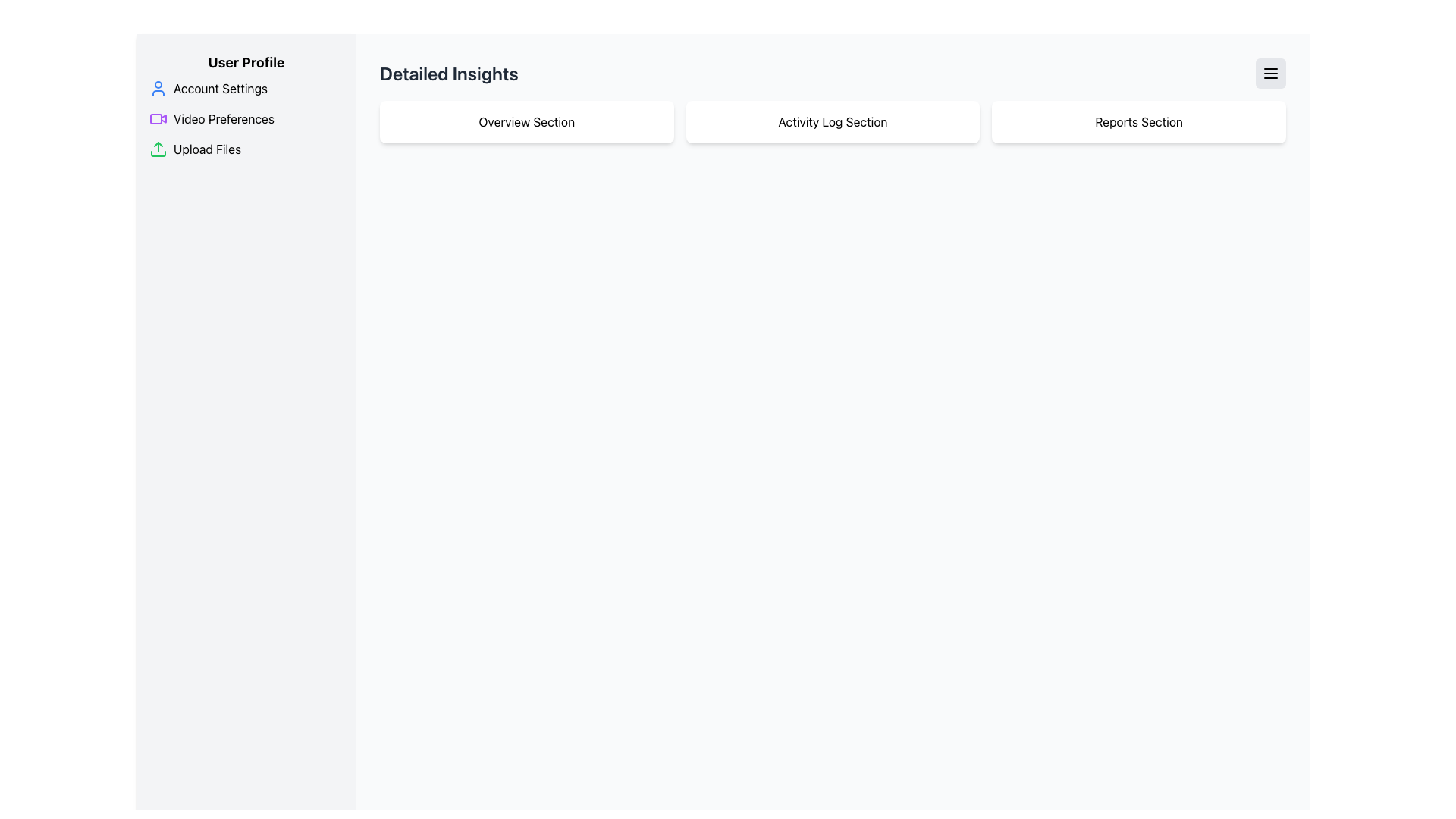 This screenshot has width=1456, height=819. Describe the element at coordinates (164, 117) in the screenshot. I see `the video camera icon represented by a triangular play button with a purple stroke in the left-hand navigation menu under 'Video Preferences'` at that location.